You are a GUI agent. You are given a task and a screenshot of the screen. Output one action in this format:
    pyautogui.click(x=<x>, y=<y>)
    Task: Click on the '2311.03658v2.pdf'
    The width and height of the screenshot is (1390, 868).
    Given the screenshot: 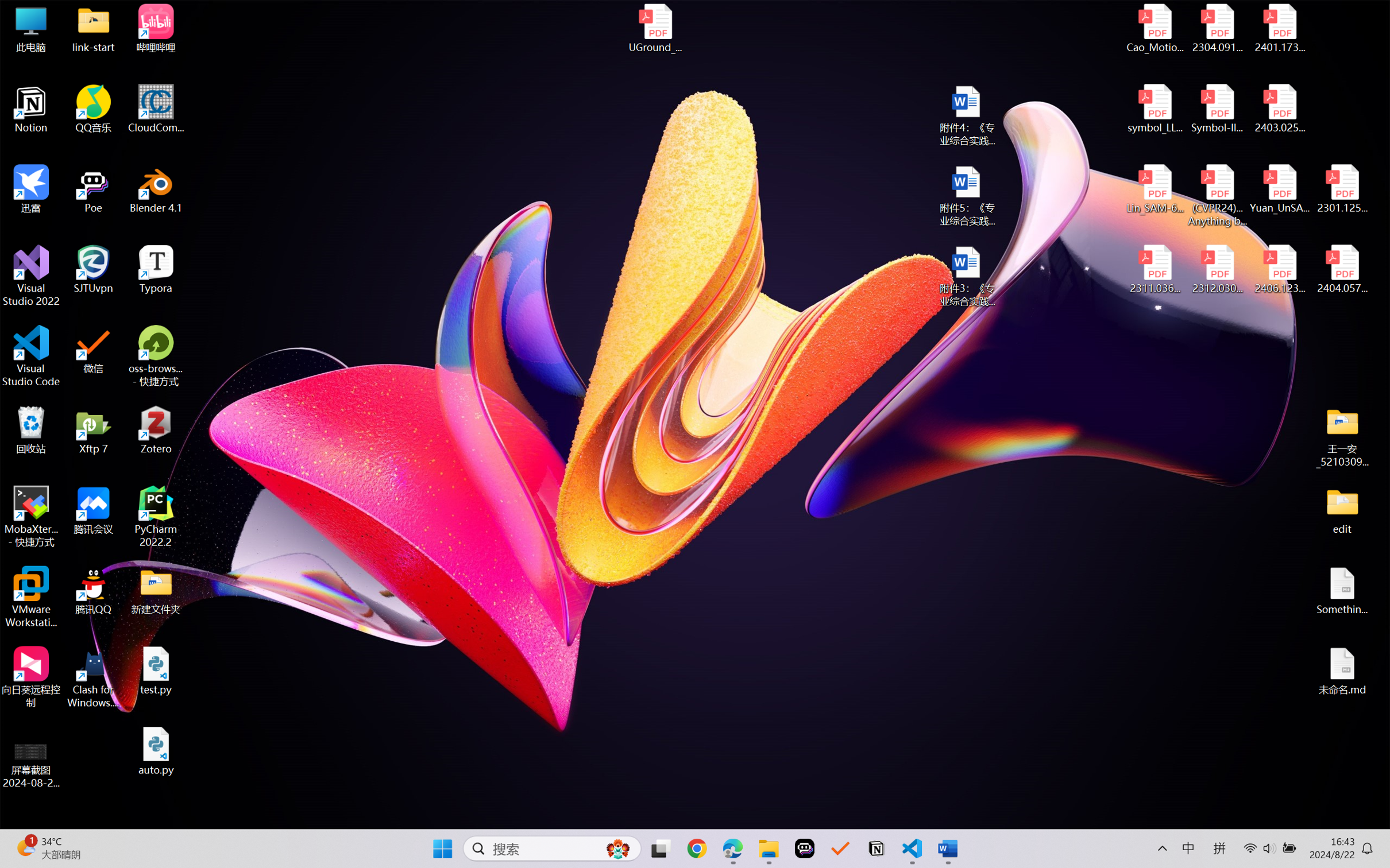 What is the action you would take?
    pyautogui.click(x=1155, y=269)
    